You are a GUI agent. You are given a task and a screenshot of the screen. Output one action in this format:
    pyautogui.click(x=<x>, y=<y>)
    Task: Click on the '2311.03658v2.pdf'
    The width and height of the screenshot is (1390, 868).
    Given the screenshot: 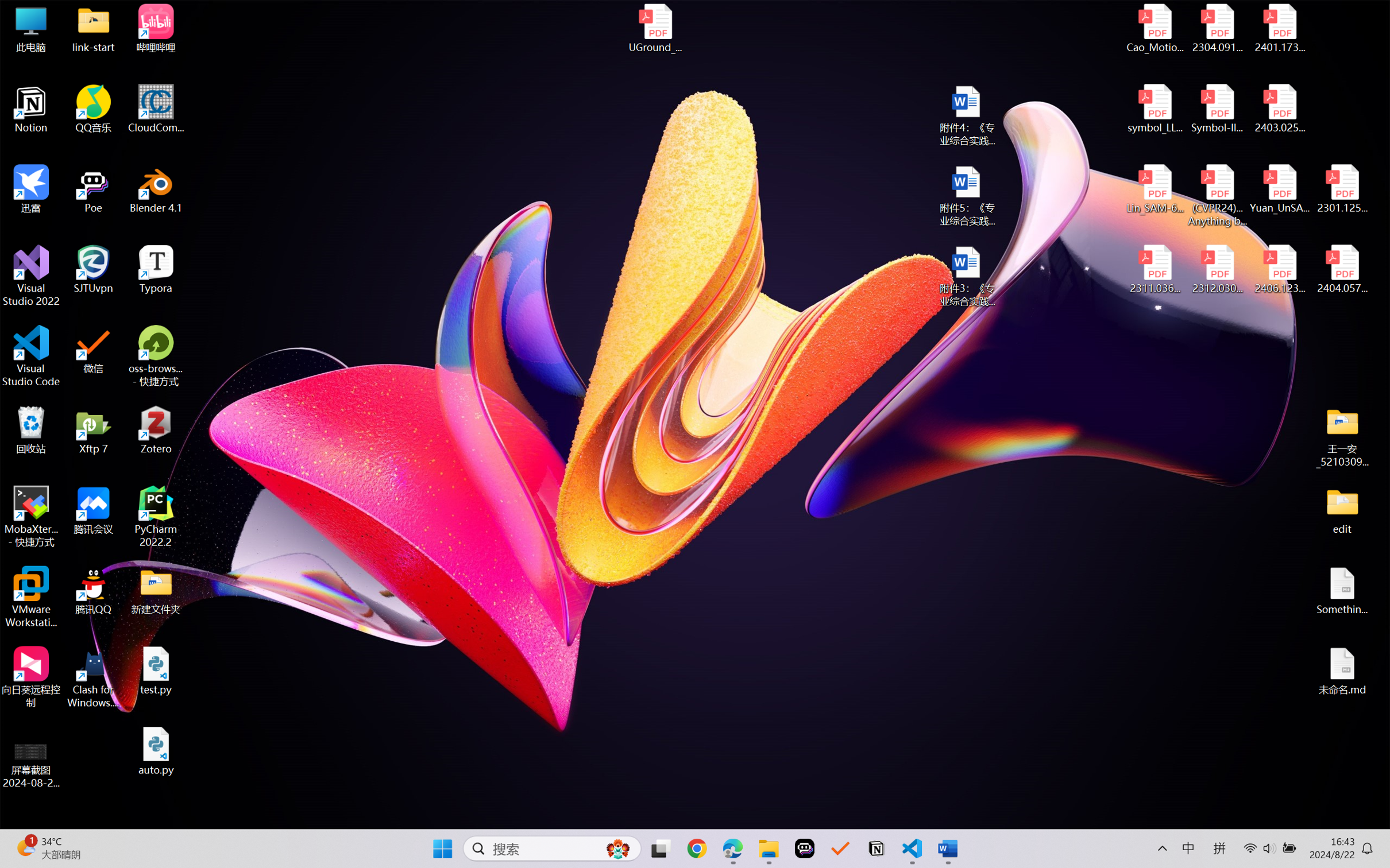 What is the action you would take?
    pyautogui.click(x=1155, y=269)
    